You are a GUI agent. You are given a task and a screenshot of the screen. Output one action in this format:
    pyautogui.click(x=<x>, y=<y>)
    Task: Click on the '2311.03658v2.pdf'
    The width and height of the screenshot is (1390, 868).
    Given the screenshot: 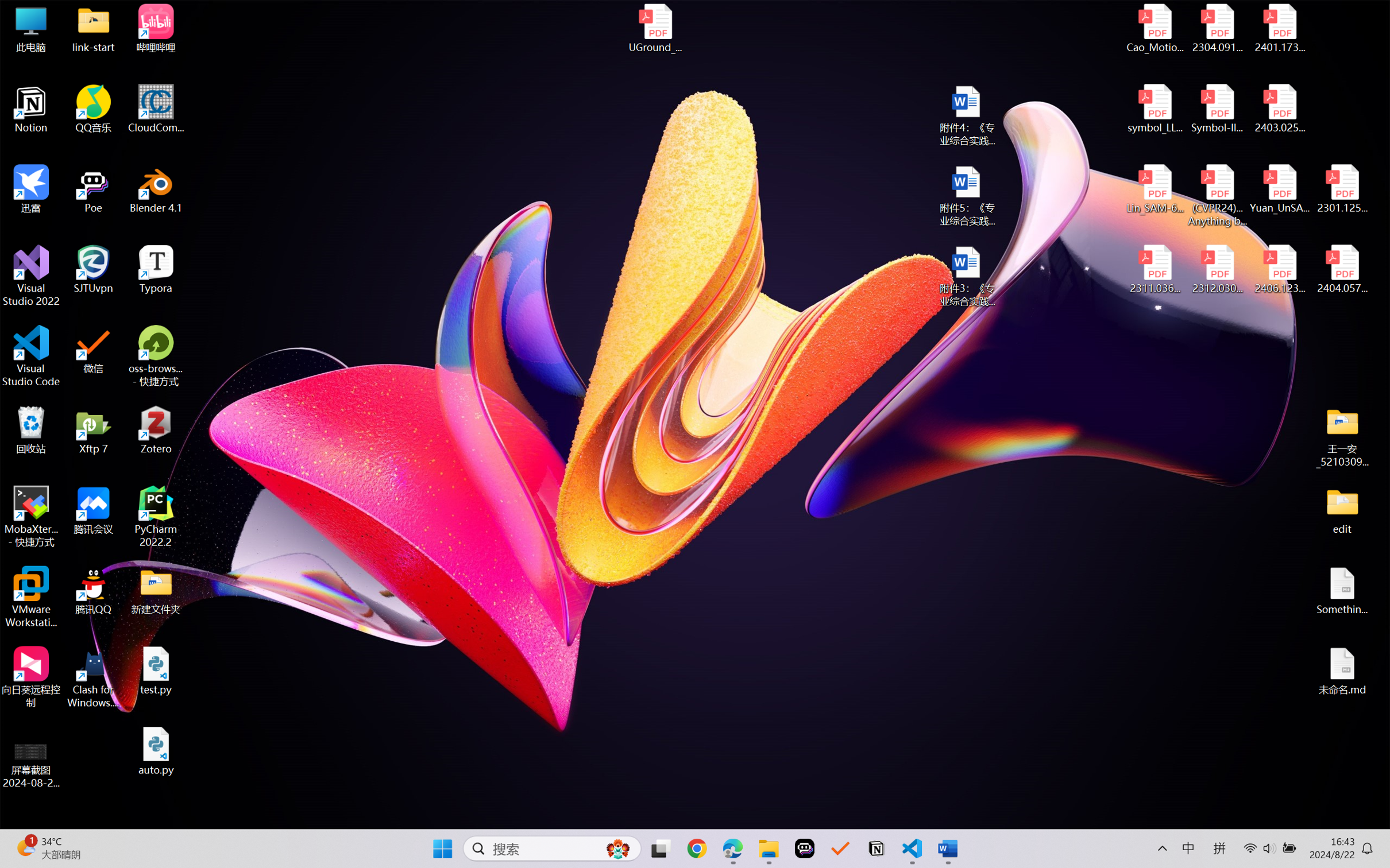 What is the action you would take?
    pyautogui.click(x=1155, y=269)
    